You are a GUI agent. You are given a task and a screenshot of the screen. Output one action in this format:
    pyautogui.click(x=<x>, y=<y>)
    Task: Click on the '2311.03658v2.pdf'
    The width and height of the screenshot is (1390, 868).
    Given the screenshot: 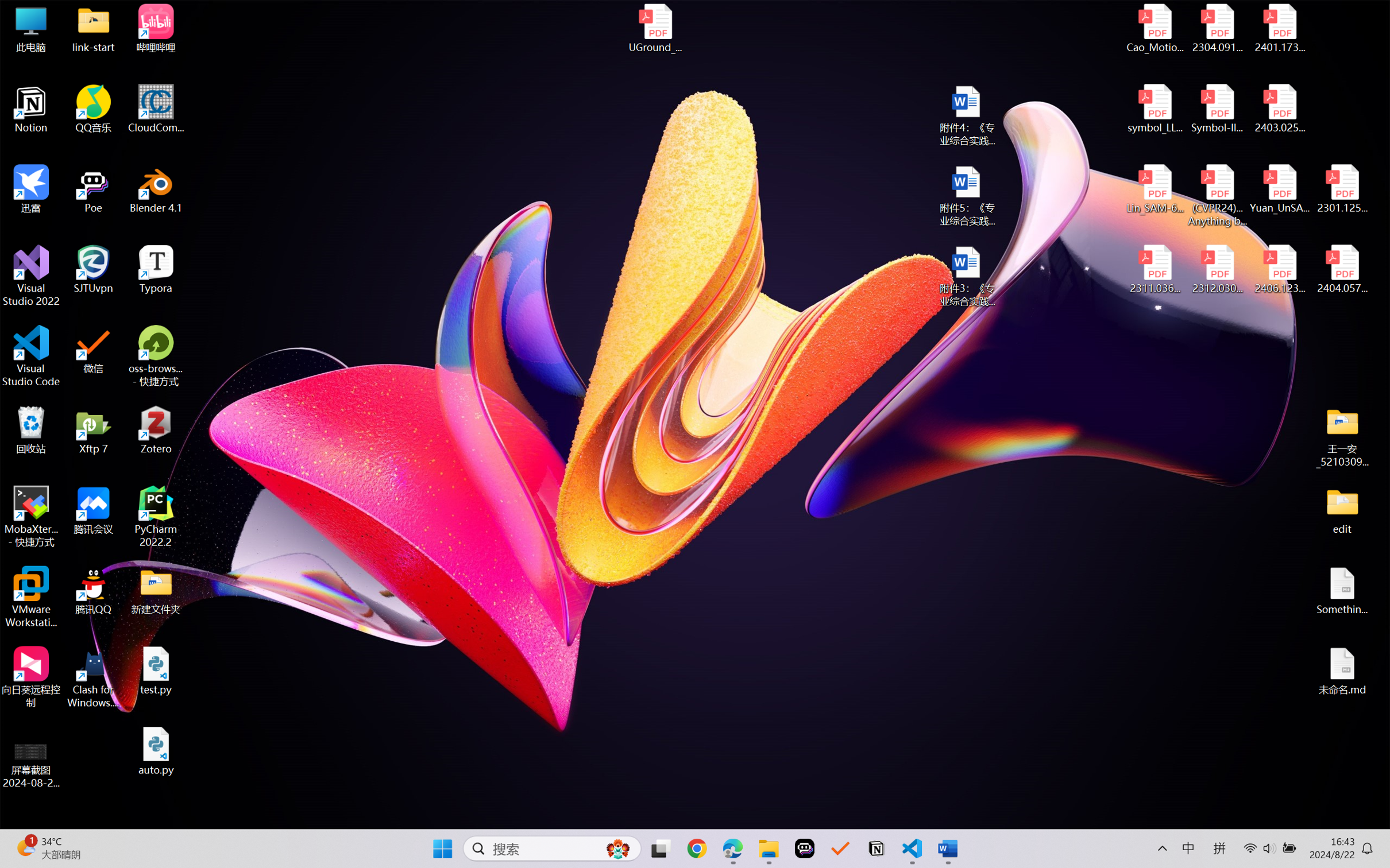 What is the action you would take?
    pyautogui.click(x=1155, y=269)
    